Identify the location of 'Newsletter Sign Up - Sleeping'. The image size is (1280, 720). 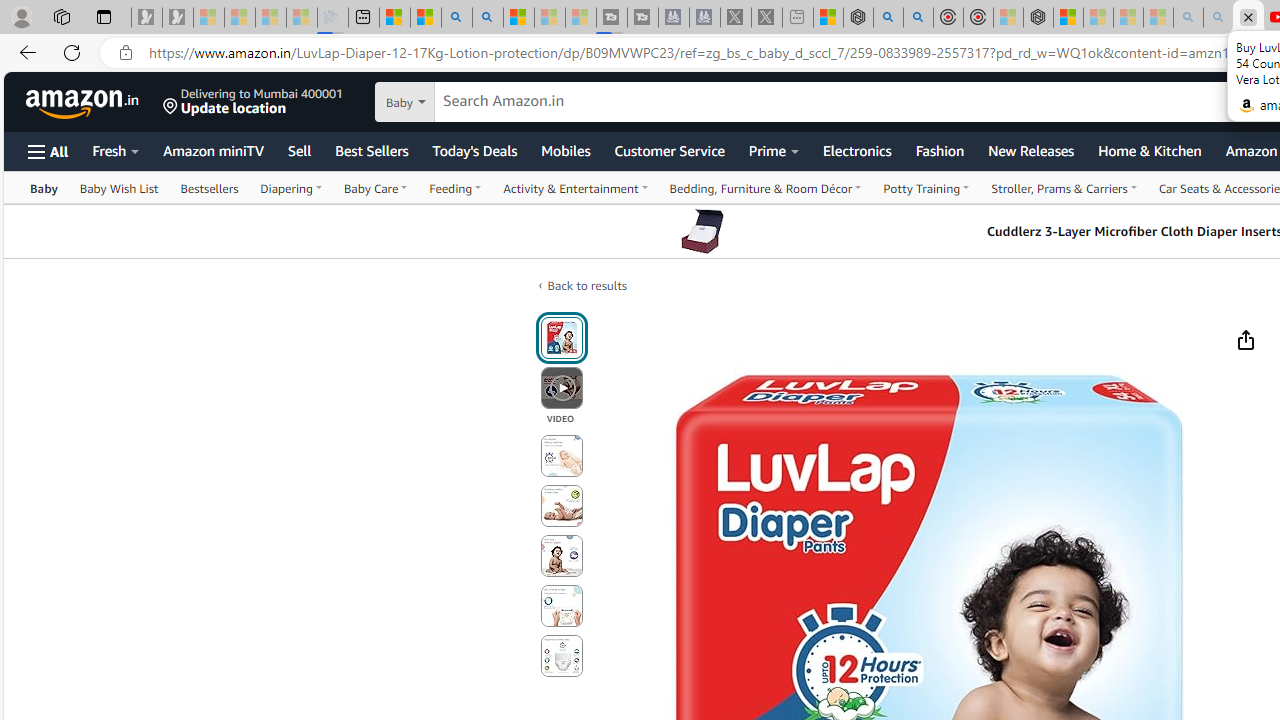
(177, 17).